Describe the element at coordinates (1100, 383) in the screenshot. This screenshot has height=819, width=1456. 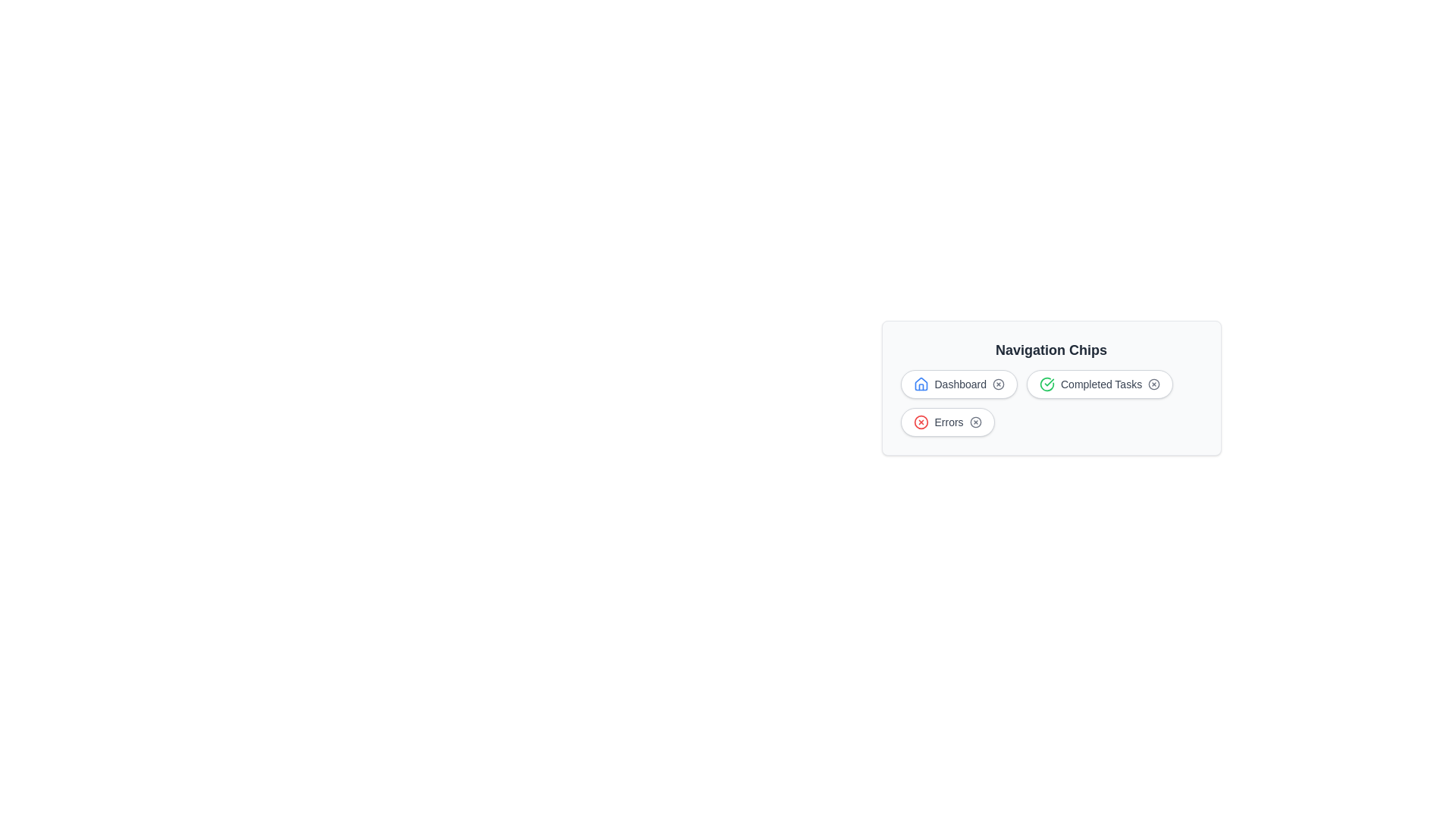
I see `the text label of the chip labeled Completed Tasks` at that location.